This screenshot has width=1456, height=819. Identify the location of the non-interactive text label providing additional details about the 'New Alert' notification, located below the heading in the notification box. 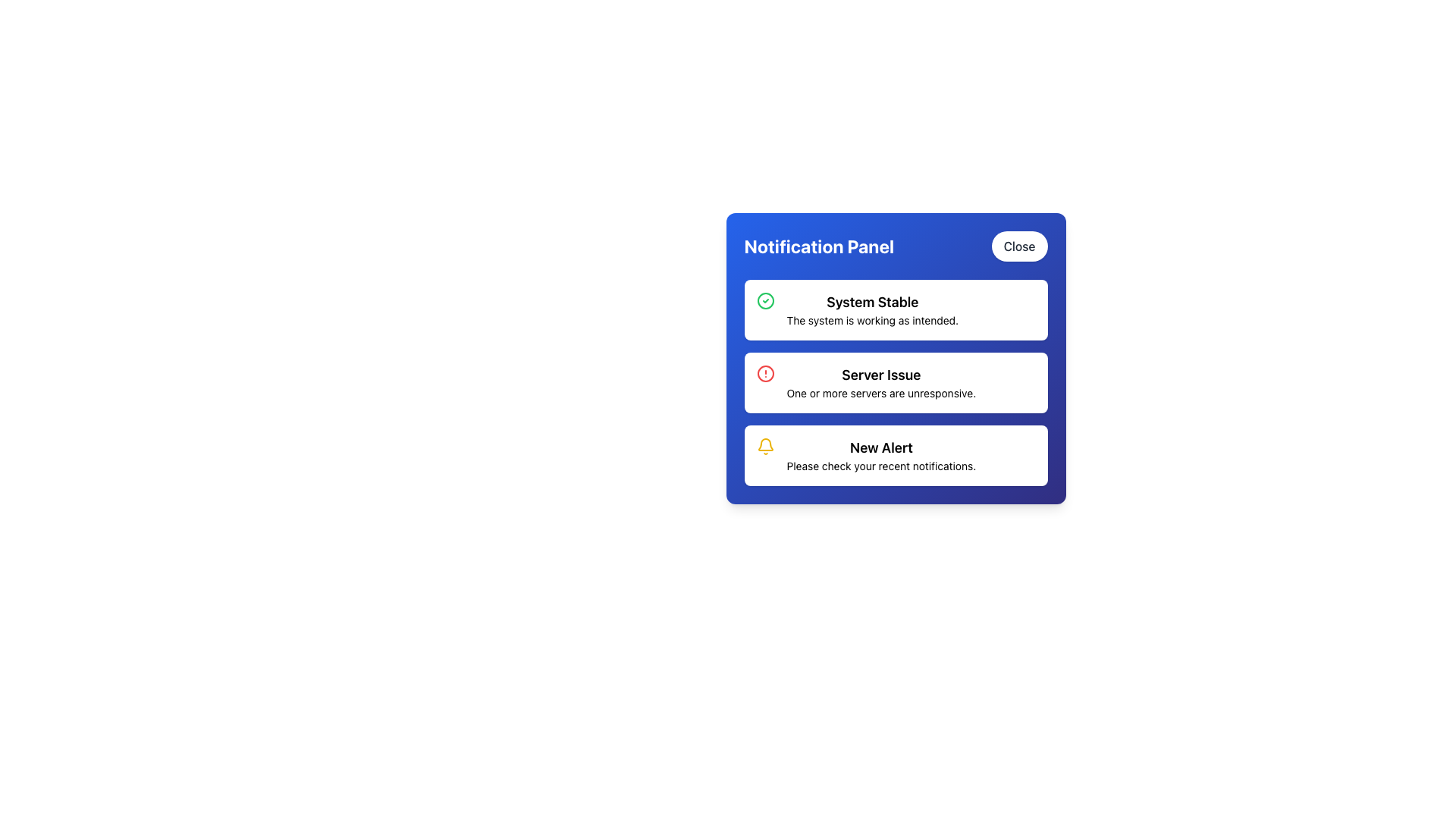
(881, 465).